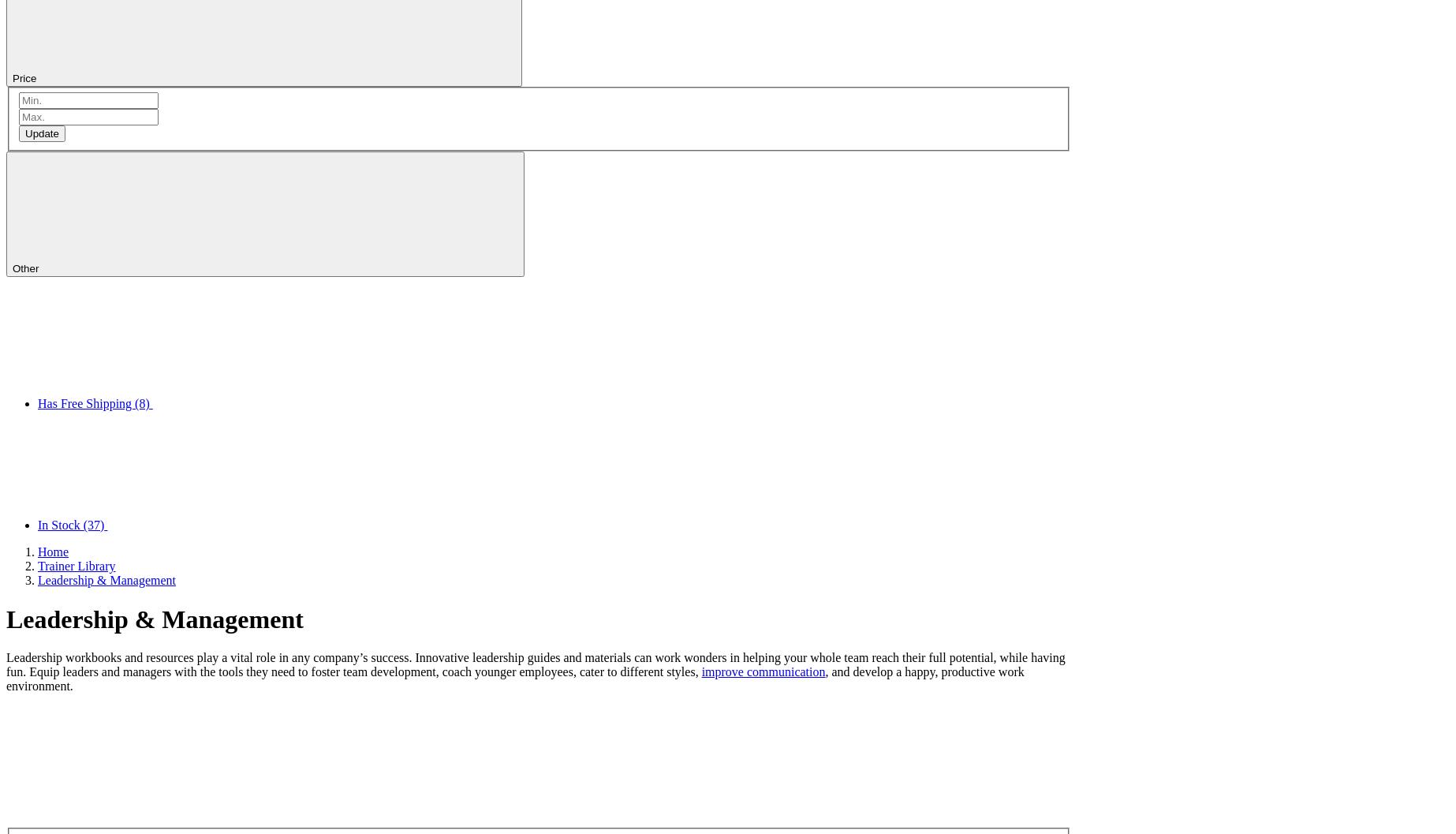 This screenshot has height=834, width=1456. What do you see at coordinates (141, 403) in the screenshot?
I see `'(8)'` at bounding box center [141, 403].